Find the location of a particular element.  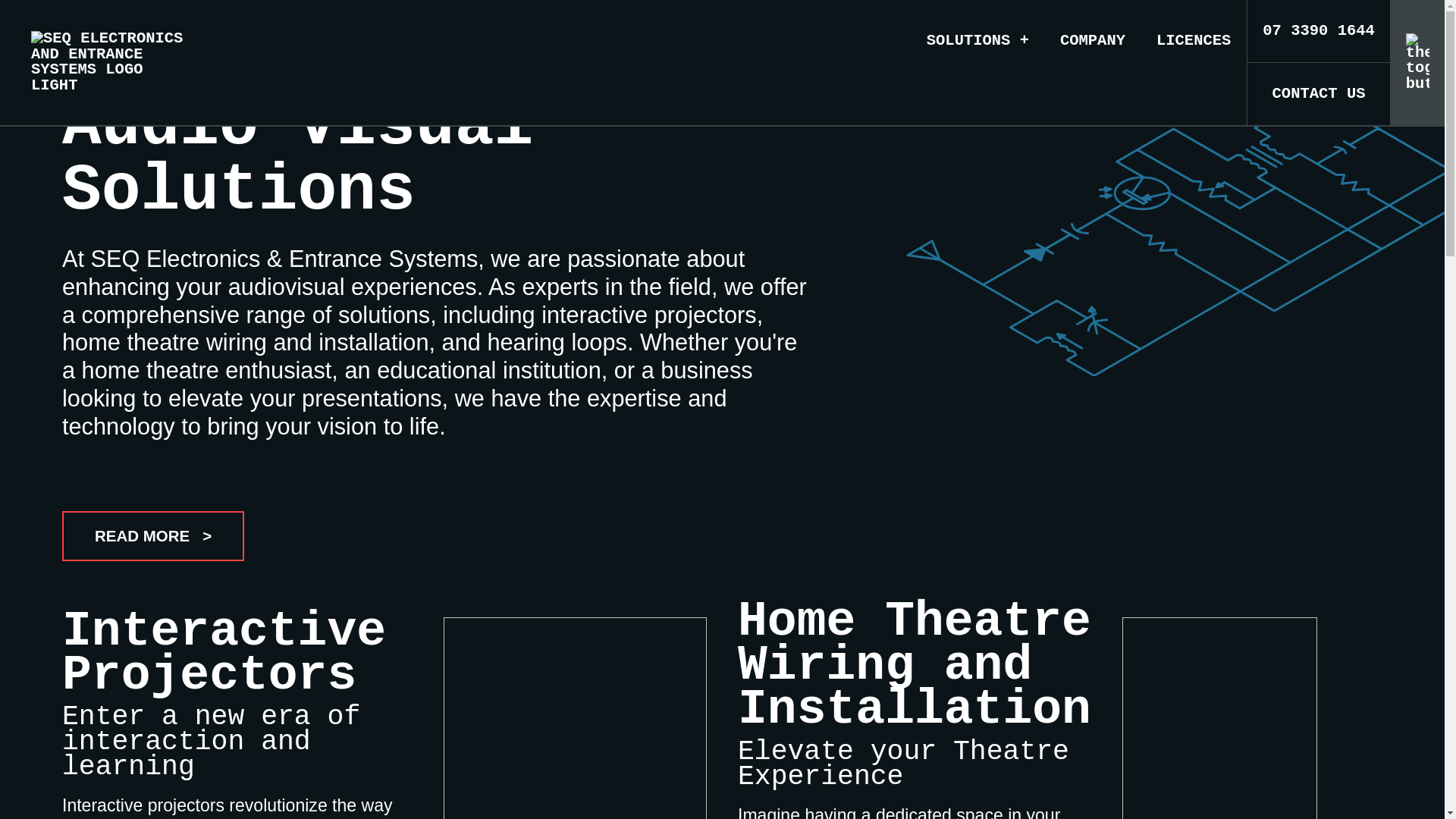

'COMPANY' is located at coordinates (1092, 61).